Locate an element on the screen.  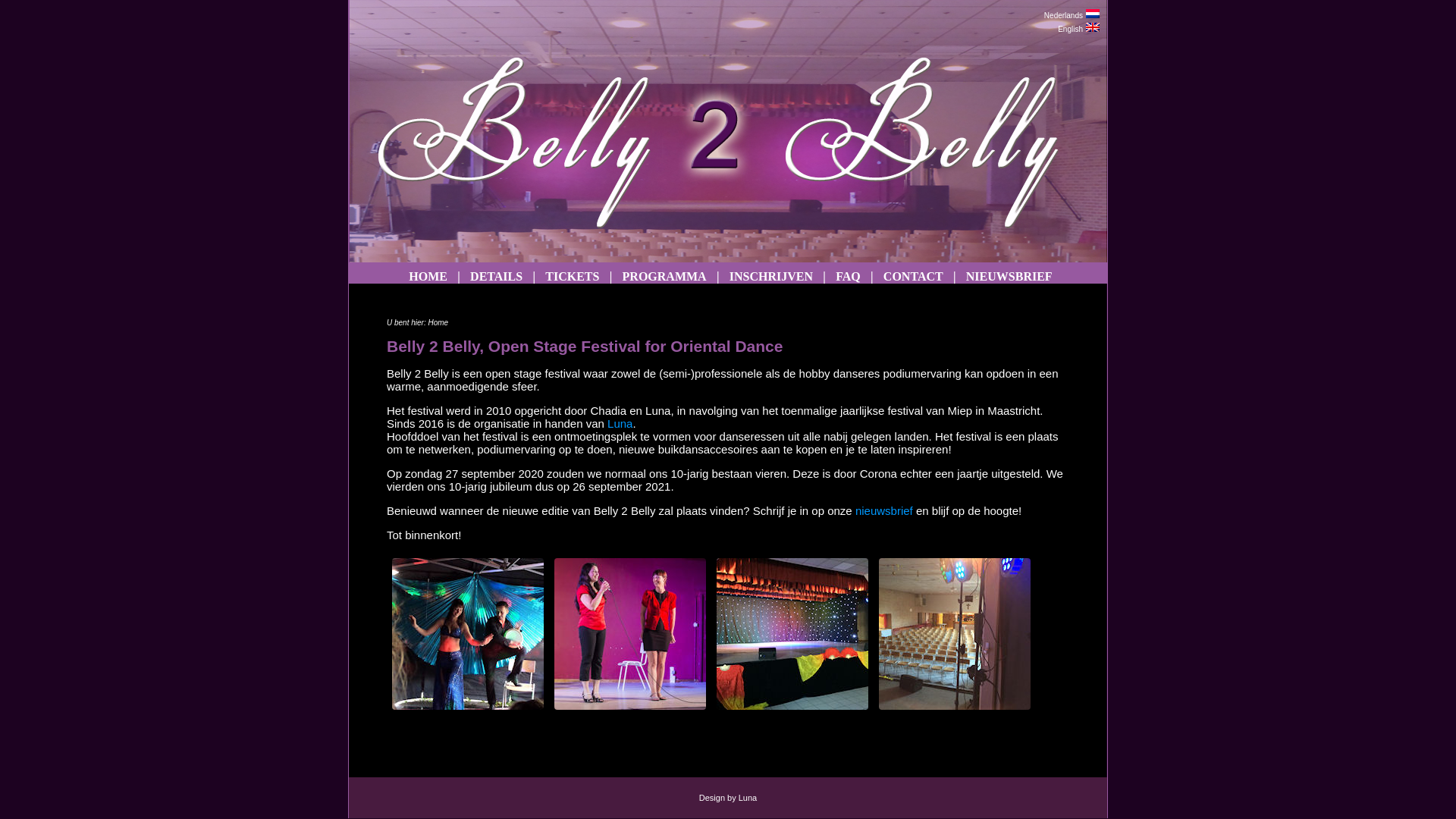
'INSCHRIJVEN' is located at coordinates (770, 276).